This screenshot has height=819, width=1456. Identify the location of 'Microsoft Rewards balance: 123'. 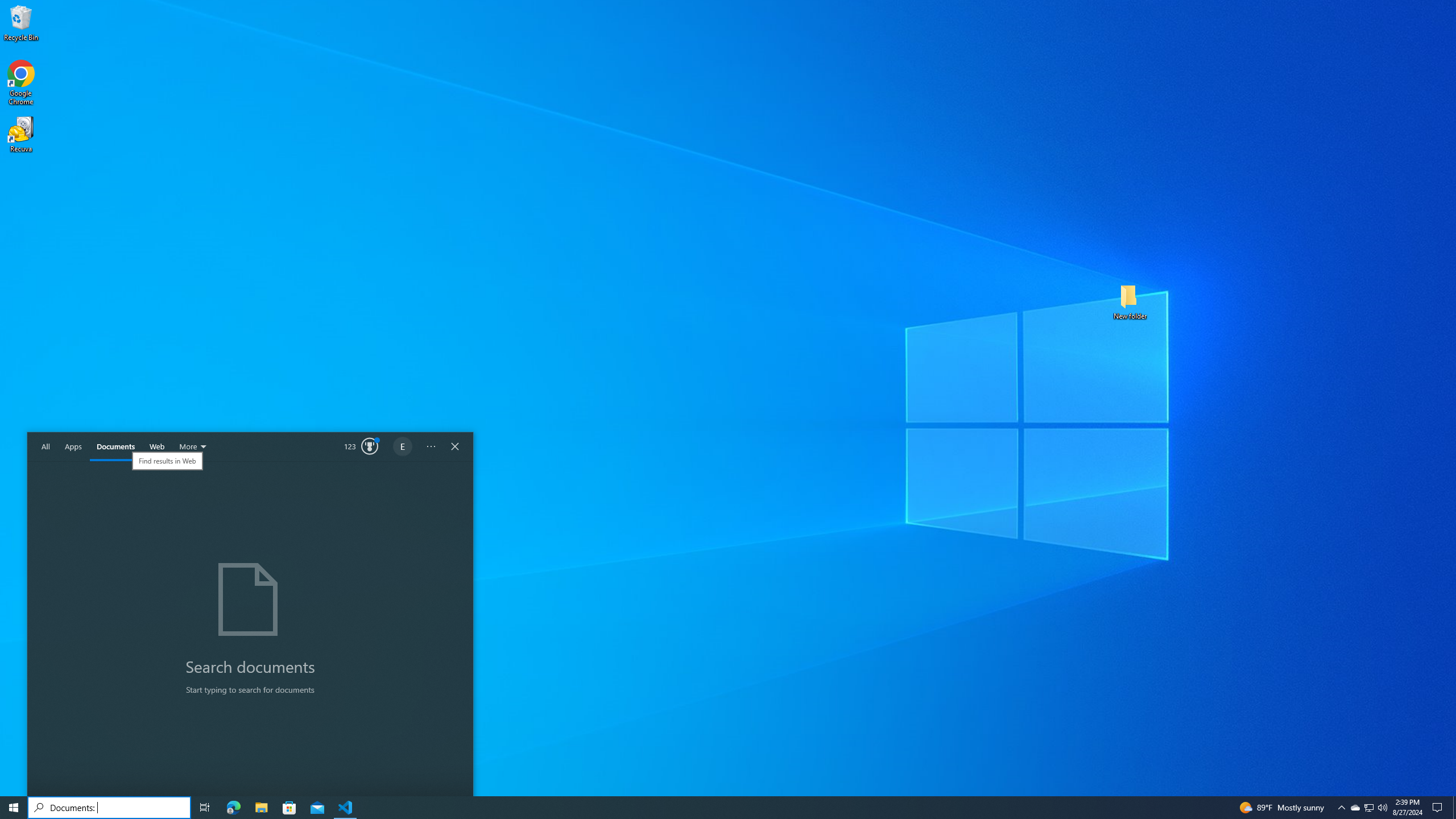
(361, 446).